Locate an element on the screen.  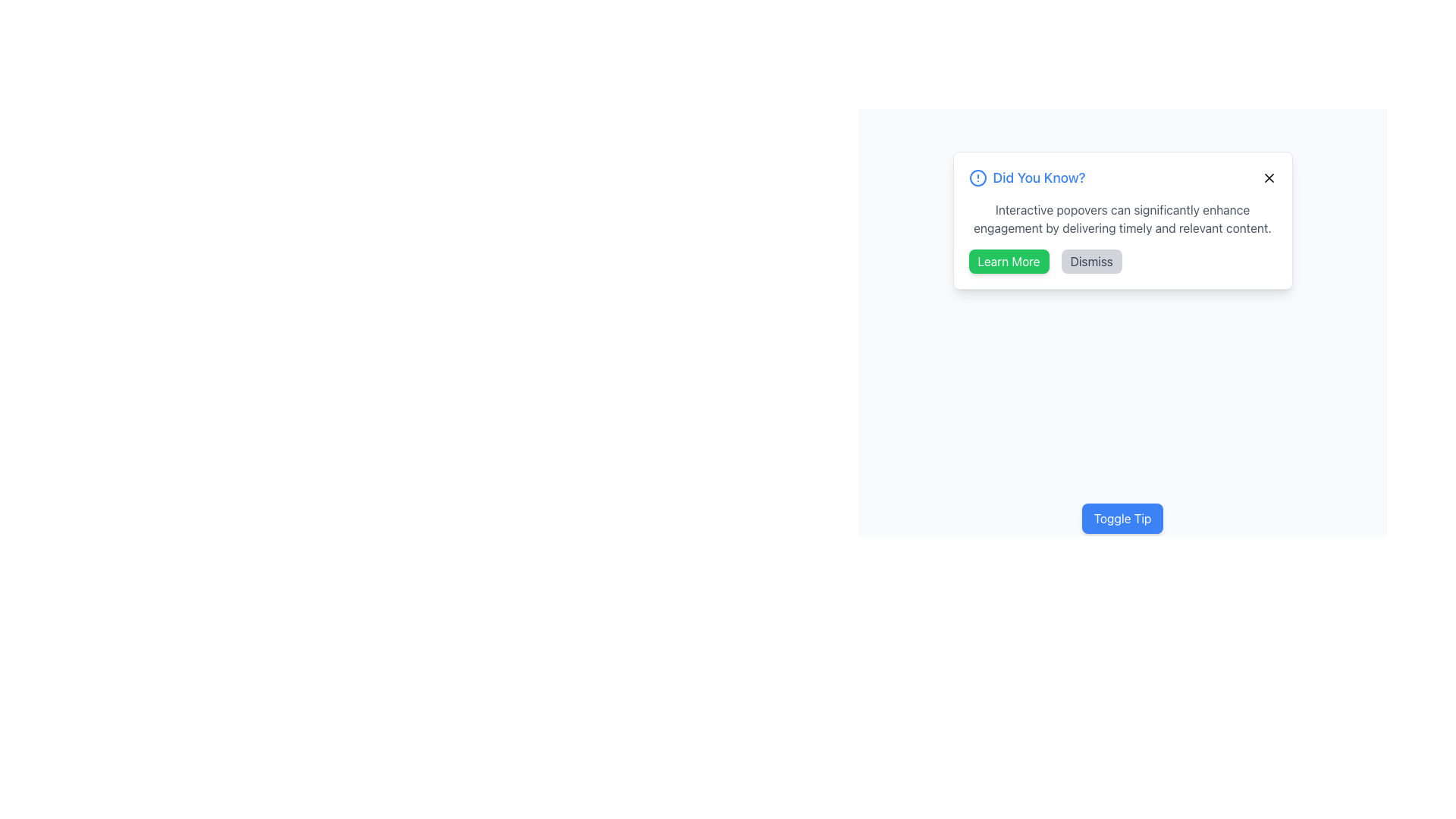
the Text Display element that provides additional context in the popup window titled 'Did You Know?' is located at coordinates (1122, 219).